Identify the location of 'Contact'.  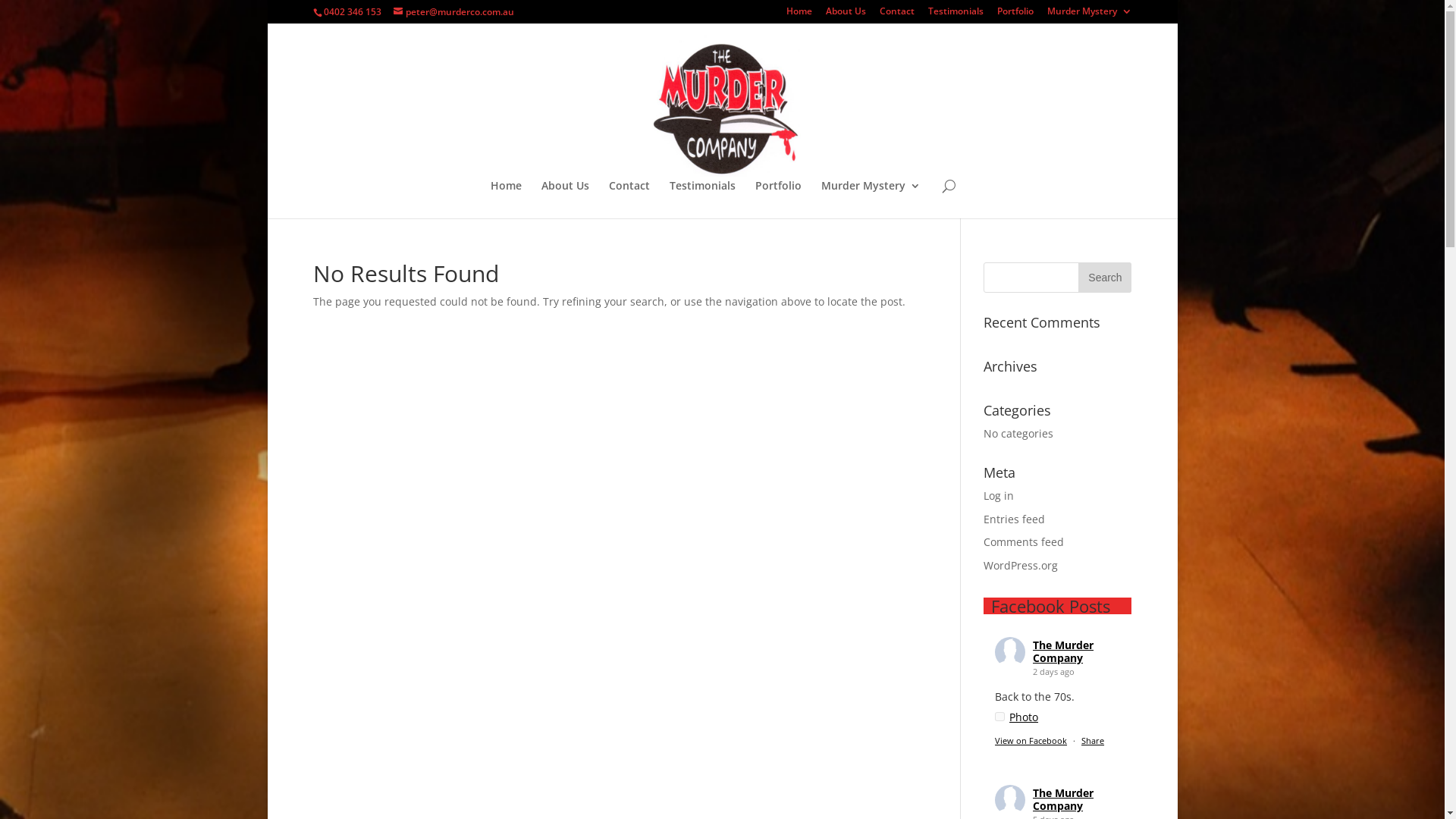
(629, 198).